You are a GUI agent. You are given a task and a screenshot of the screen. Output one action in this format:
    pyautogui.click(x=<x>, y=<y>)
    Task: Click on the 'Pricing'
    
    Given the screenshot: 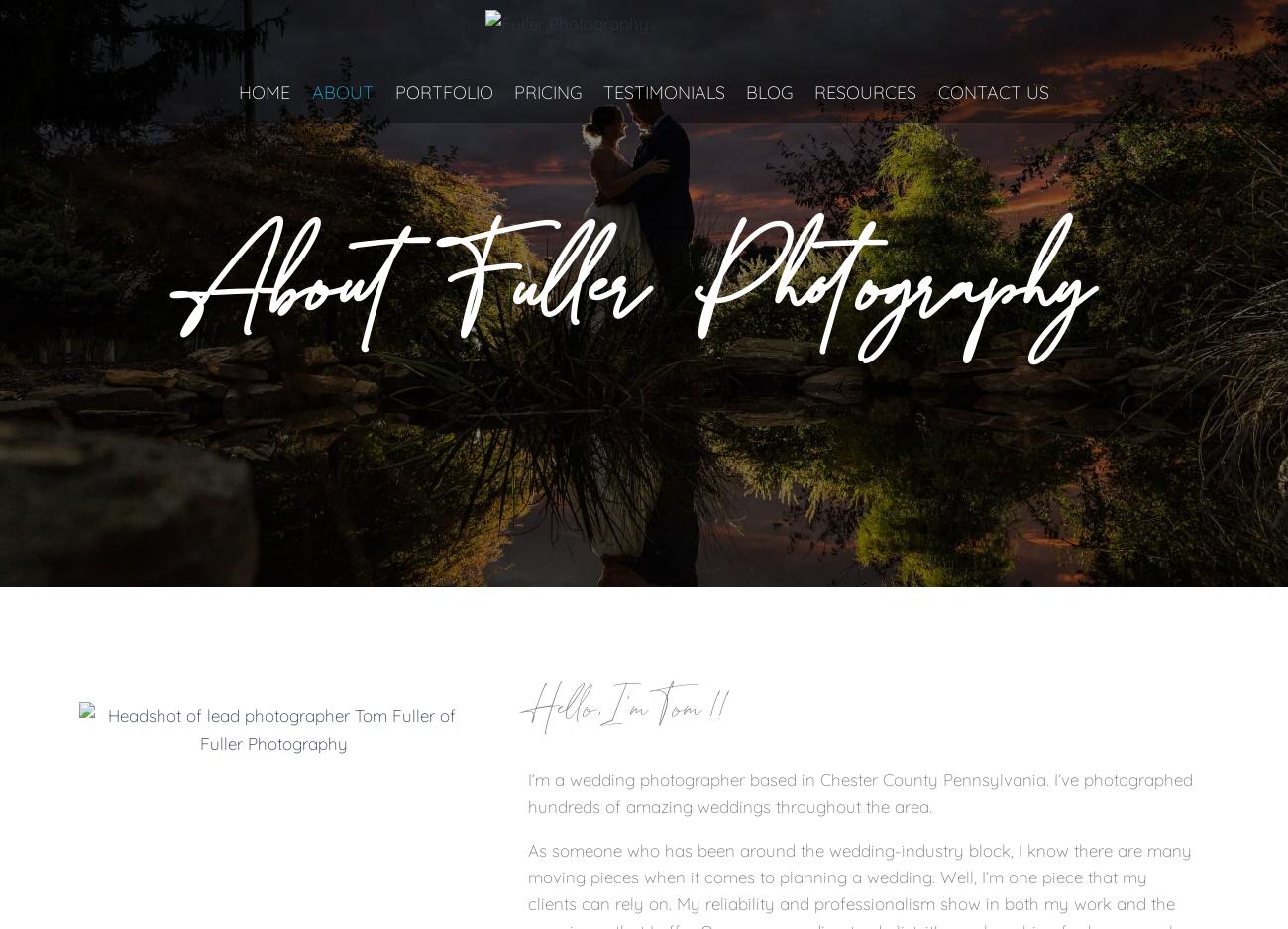 What is the action you would take?
    pyautogui.click(x=547, y=92)
    